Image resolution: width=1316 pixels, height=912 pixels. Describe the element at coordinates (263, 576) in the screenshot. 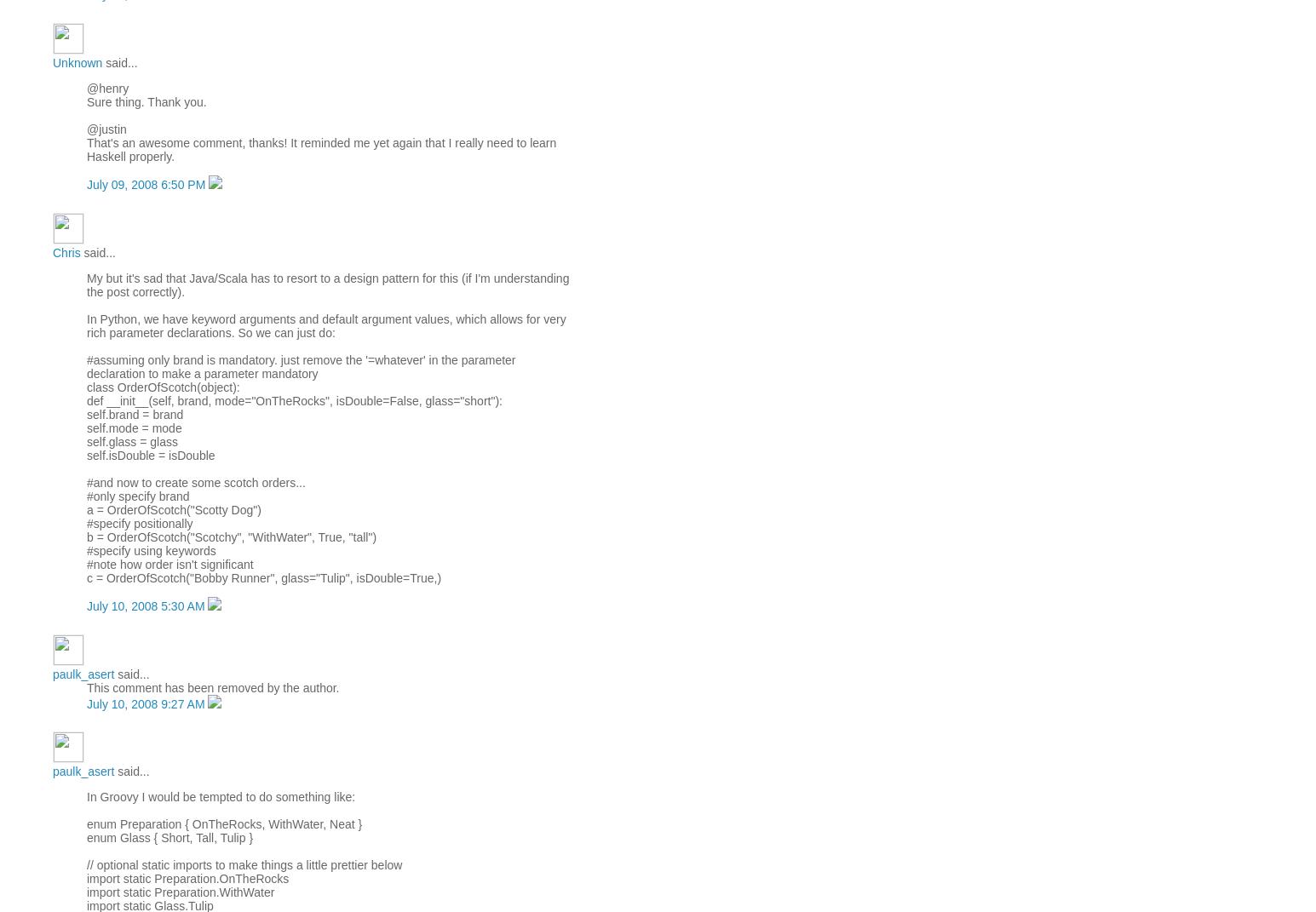

I see `'c = OrderOfScotch("Bobby Runner", glass="Tulip", isDouble=True,)'` at that location.